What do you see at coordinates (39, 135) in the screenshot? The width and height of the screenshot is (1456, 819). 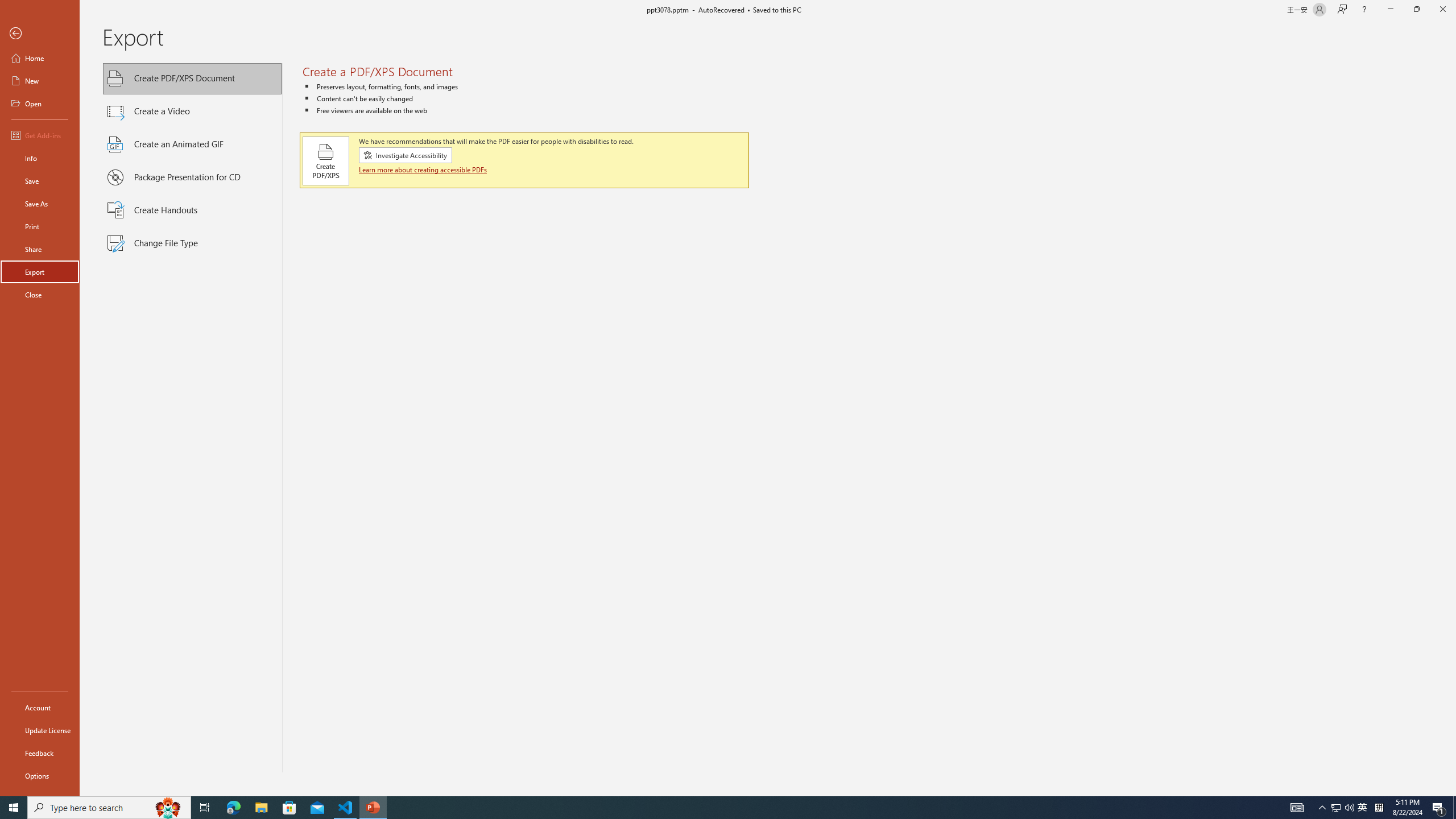 I see `'Get Add-ins'` at bounding box center [39, 135].